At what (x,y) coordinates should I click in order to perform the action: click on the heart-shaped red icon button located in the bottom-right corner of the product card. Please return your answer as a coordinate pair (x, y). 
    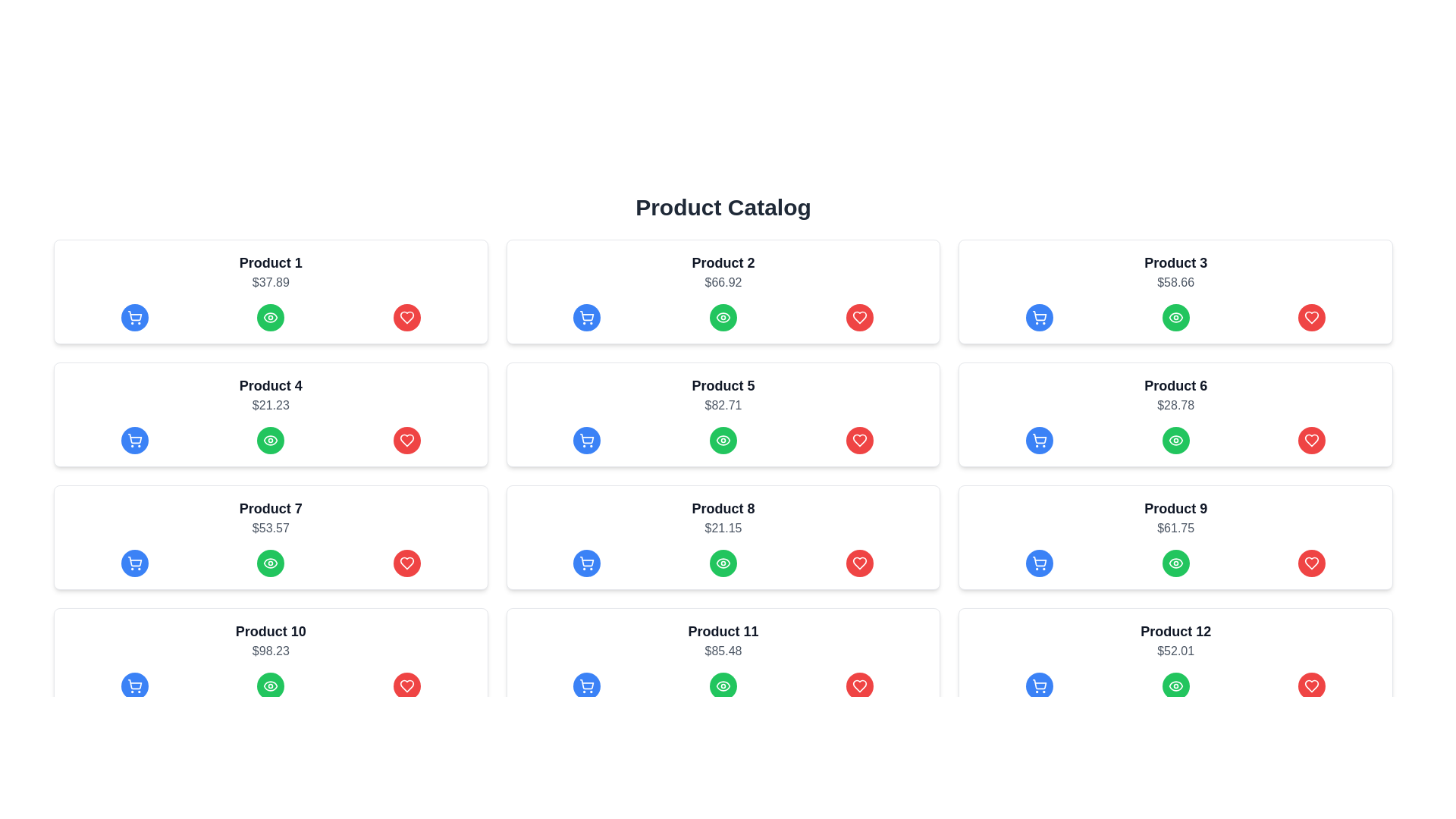
    Looking at the image, I should click on (406, 686).